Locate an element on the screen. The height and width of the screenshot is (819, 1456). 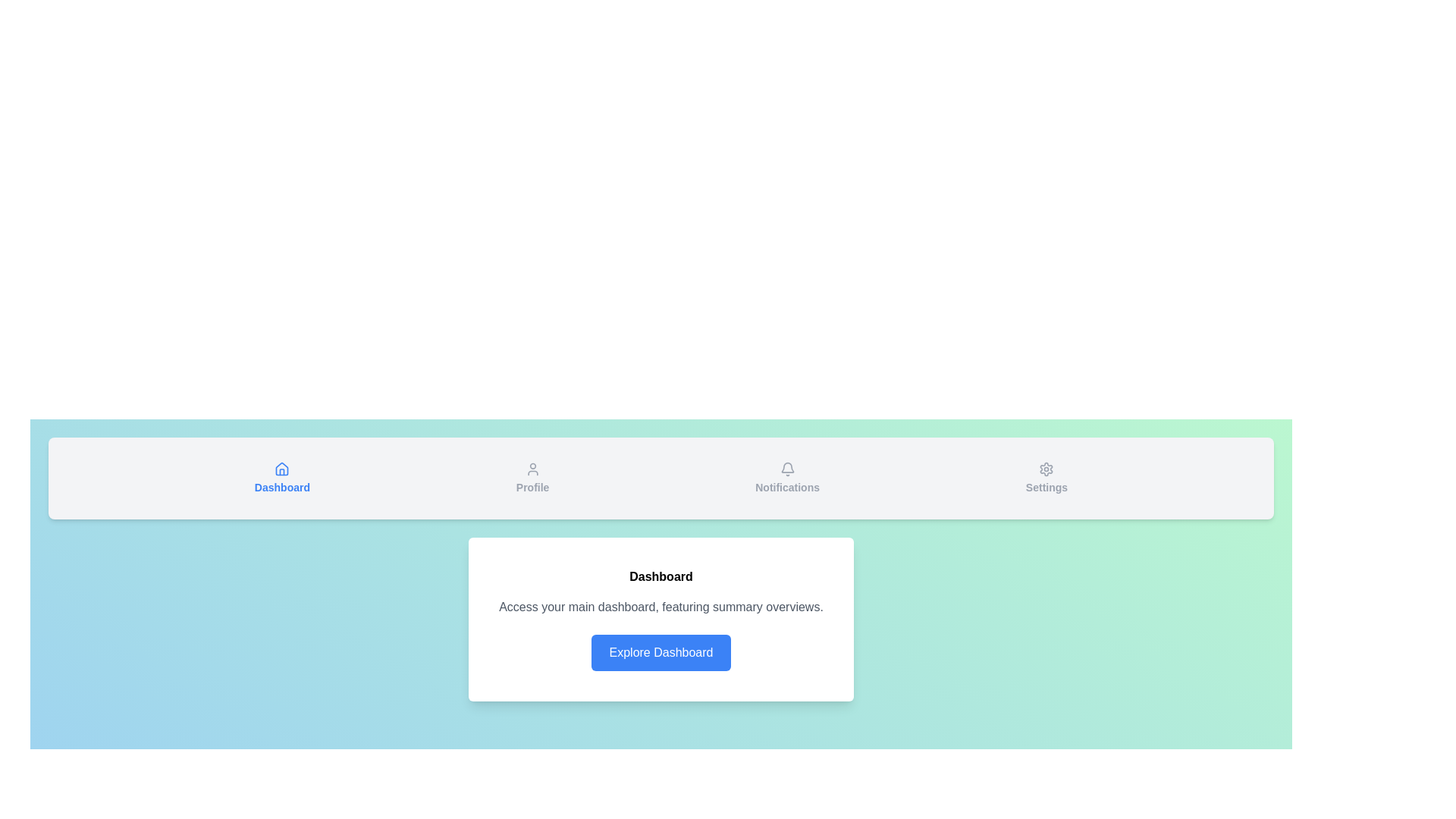
the tab labeled Profile to see its hover effects is located at coordinates (532, 479).